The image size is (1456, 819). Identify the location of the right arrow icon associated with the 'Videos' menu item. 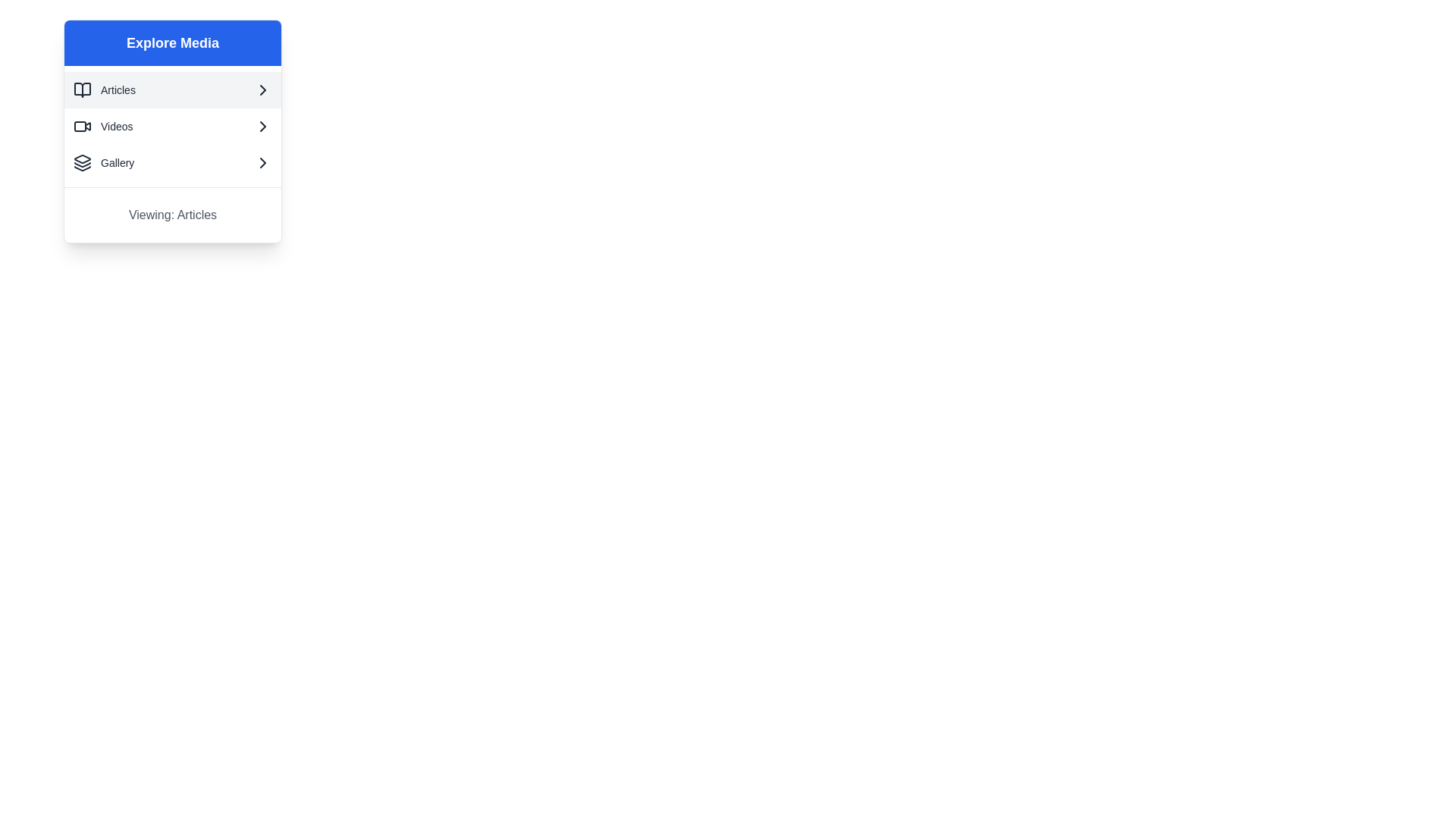
(262, 125).